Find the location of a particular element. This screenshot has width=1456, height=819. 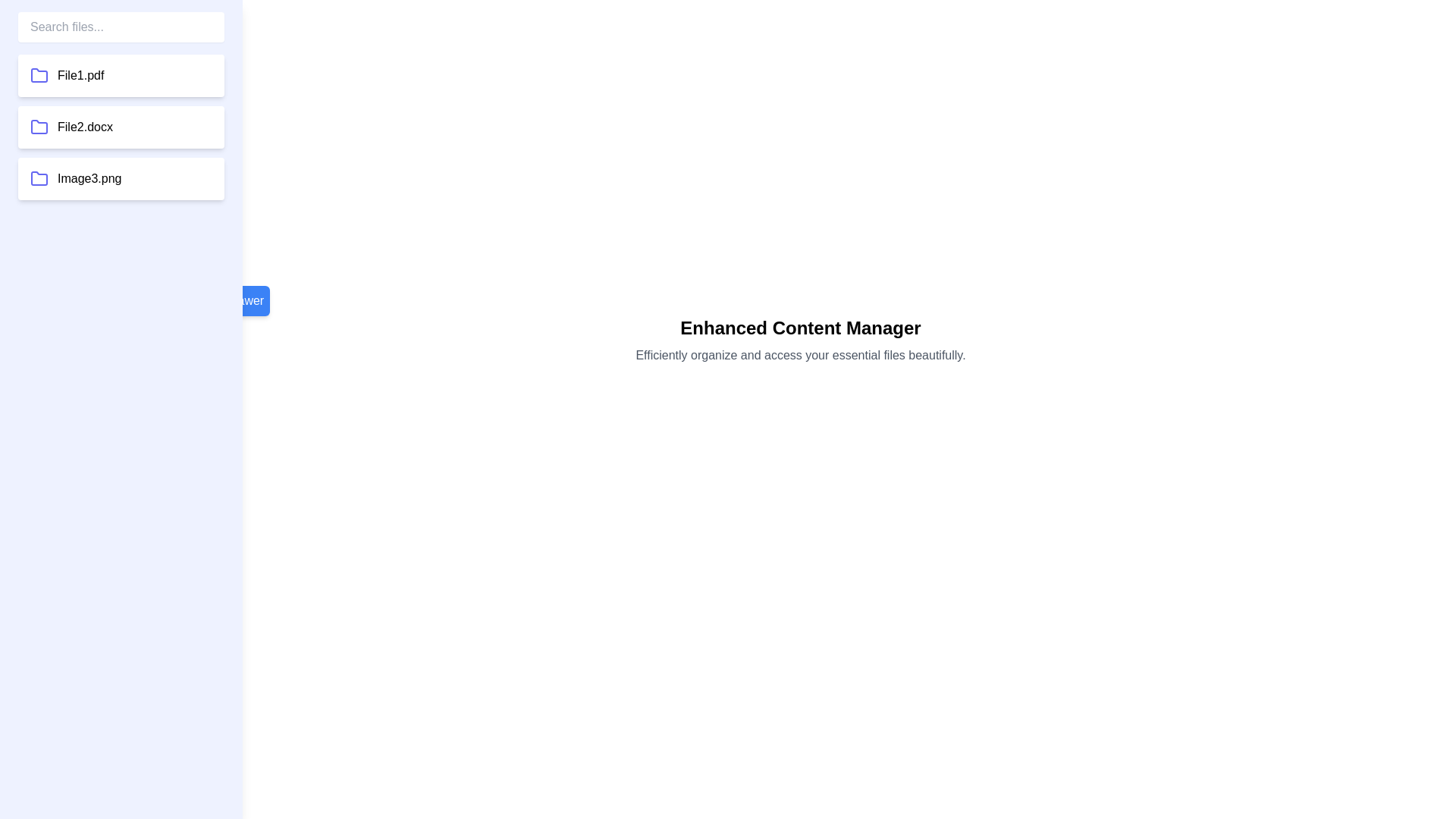

the file Image3.png from the list in the drawer is located at coordinates (120, 177).